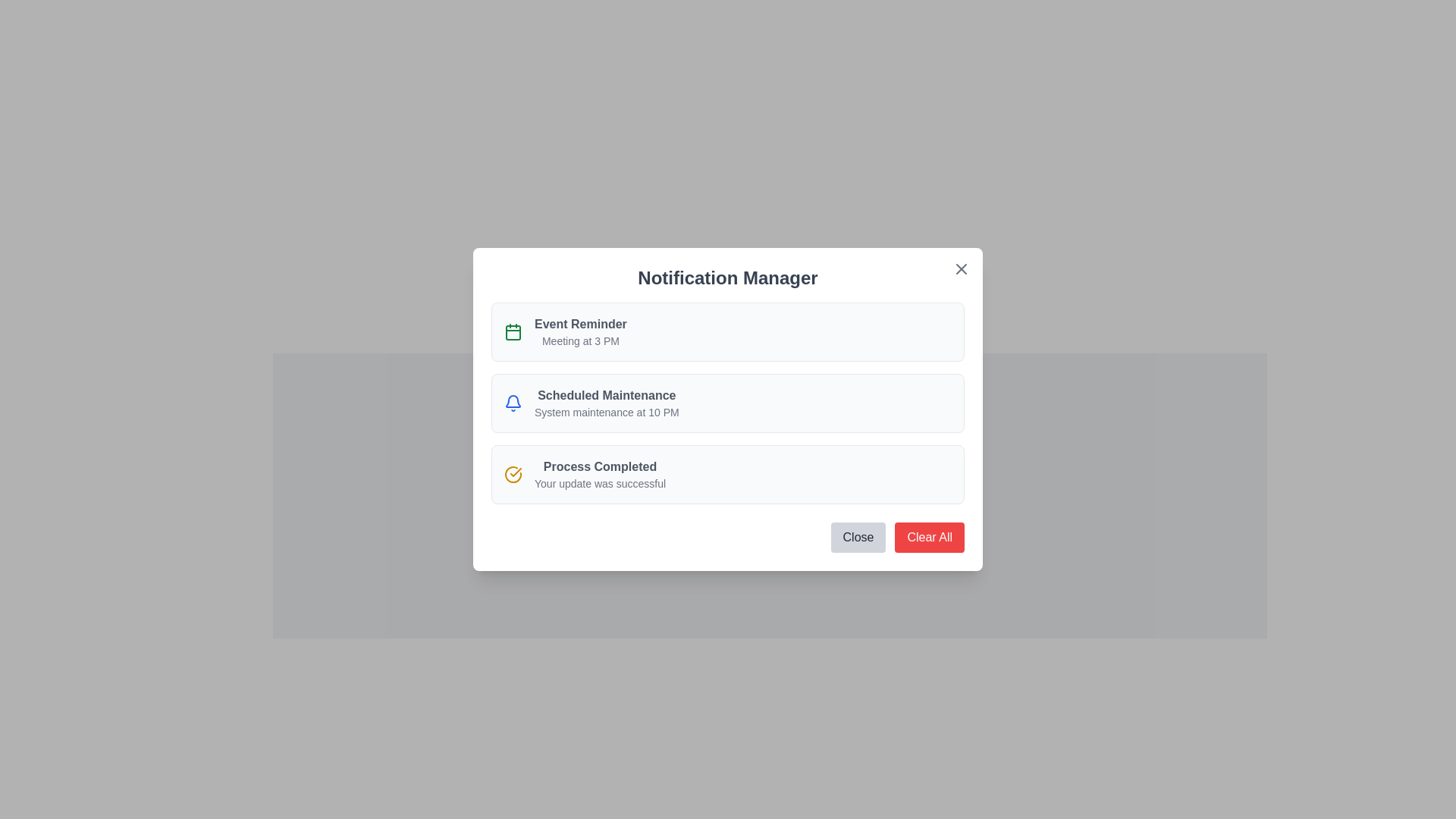  I want to click on the circular graphical element that is part of the checkmark icon in the Notification Manager, which signals completion or success, so click(513, 473).